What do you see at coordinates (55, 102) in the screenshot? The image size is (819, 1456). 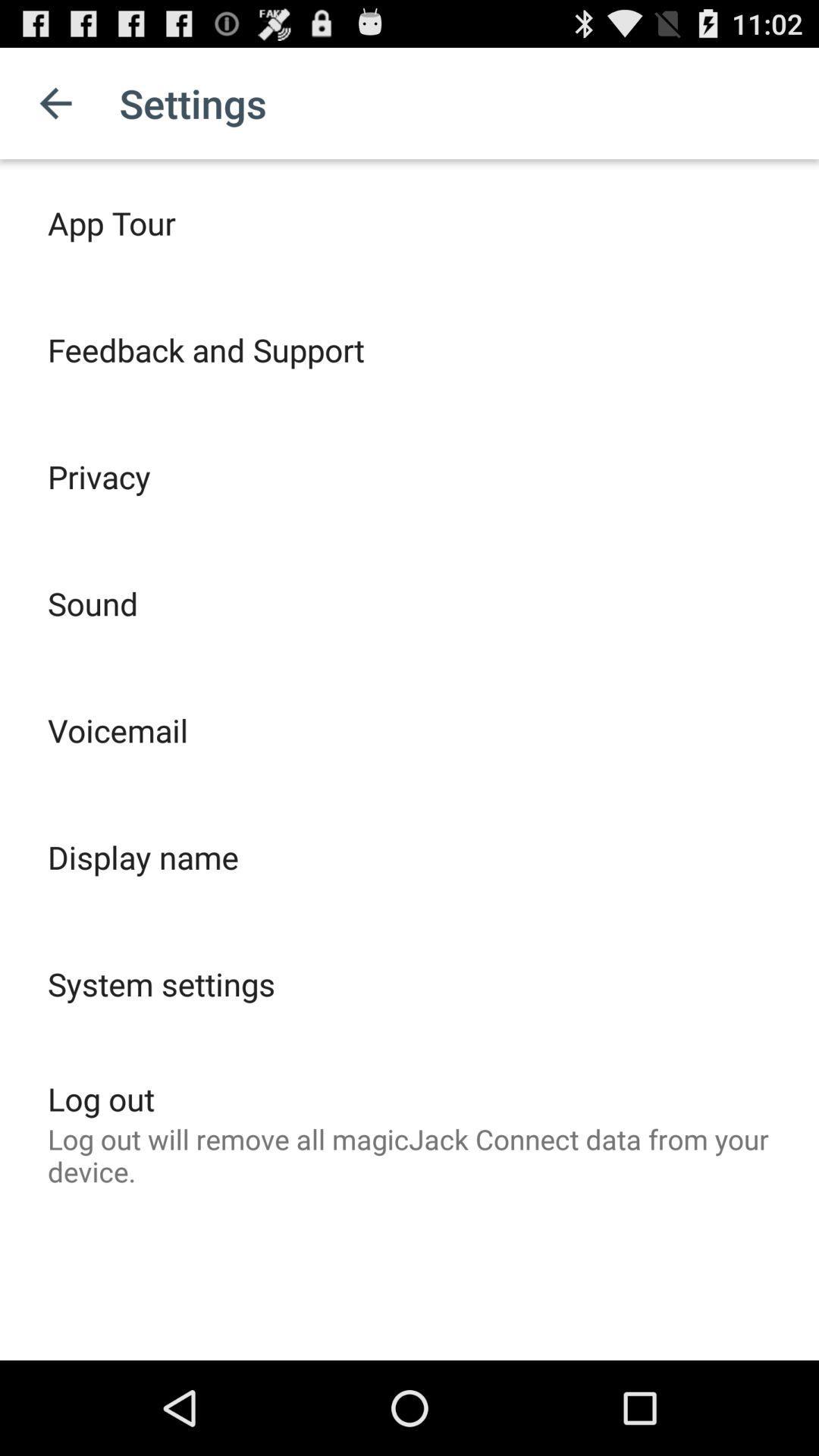 I see `icon above app tour item` at bounding box center [55, 102].